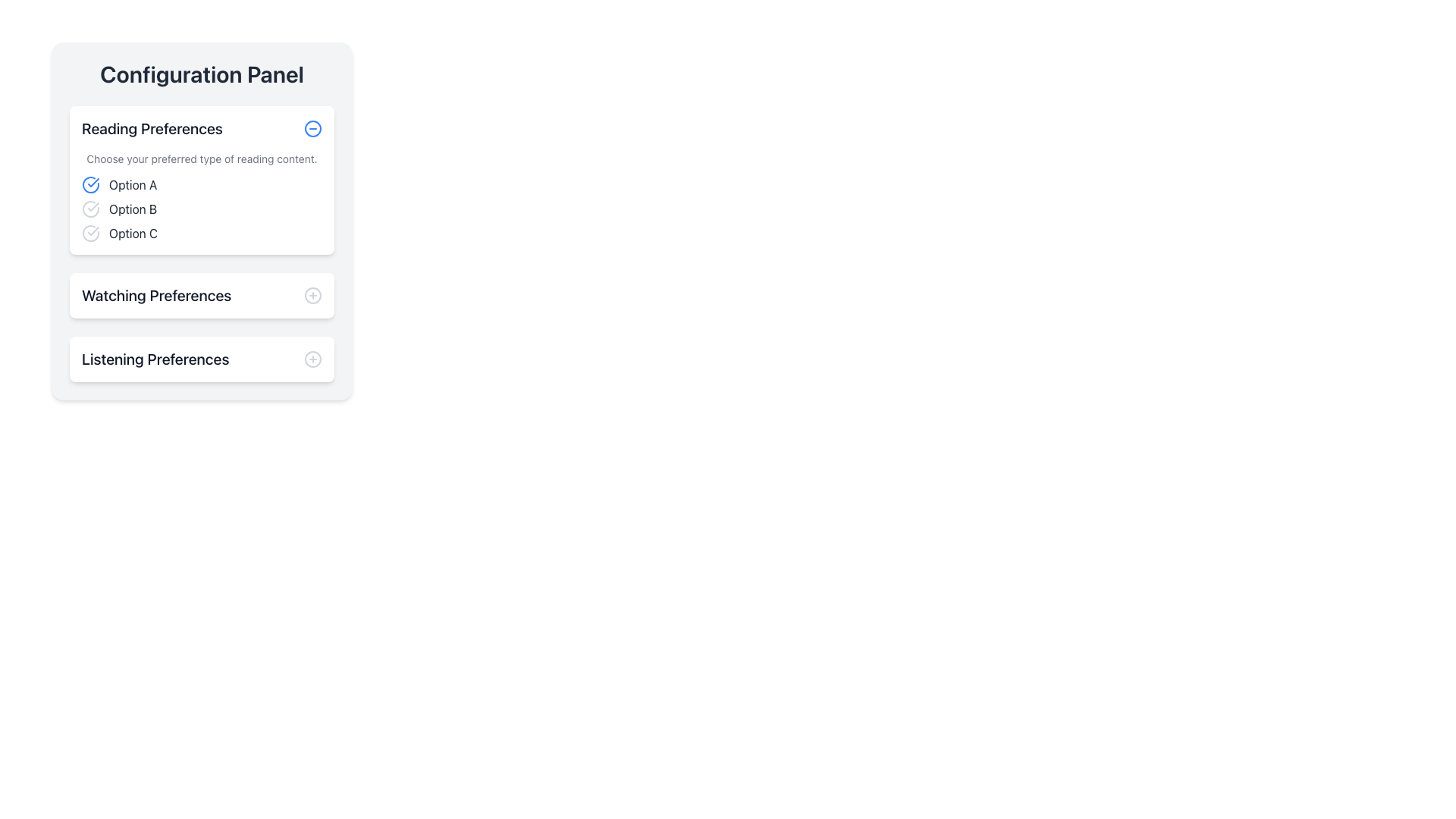  Describe the element at coordinates (90, 184) in the screenshot. I see `the state of the blue checkmark icon representing the selected state for 'Option A' in the Reading Preferences configuration panel` at that location.